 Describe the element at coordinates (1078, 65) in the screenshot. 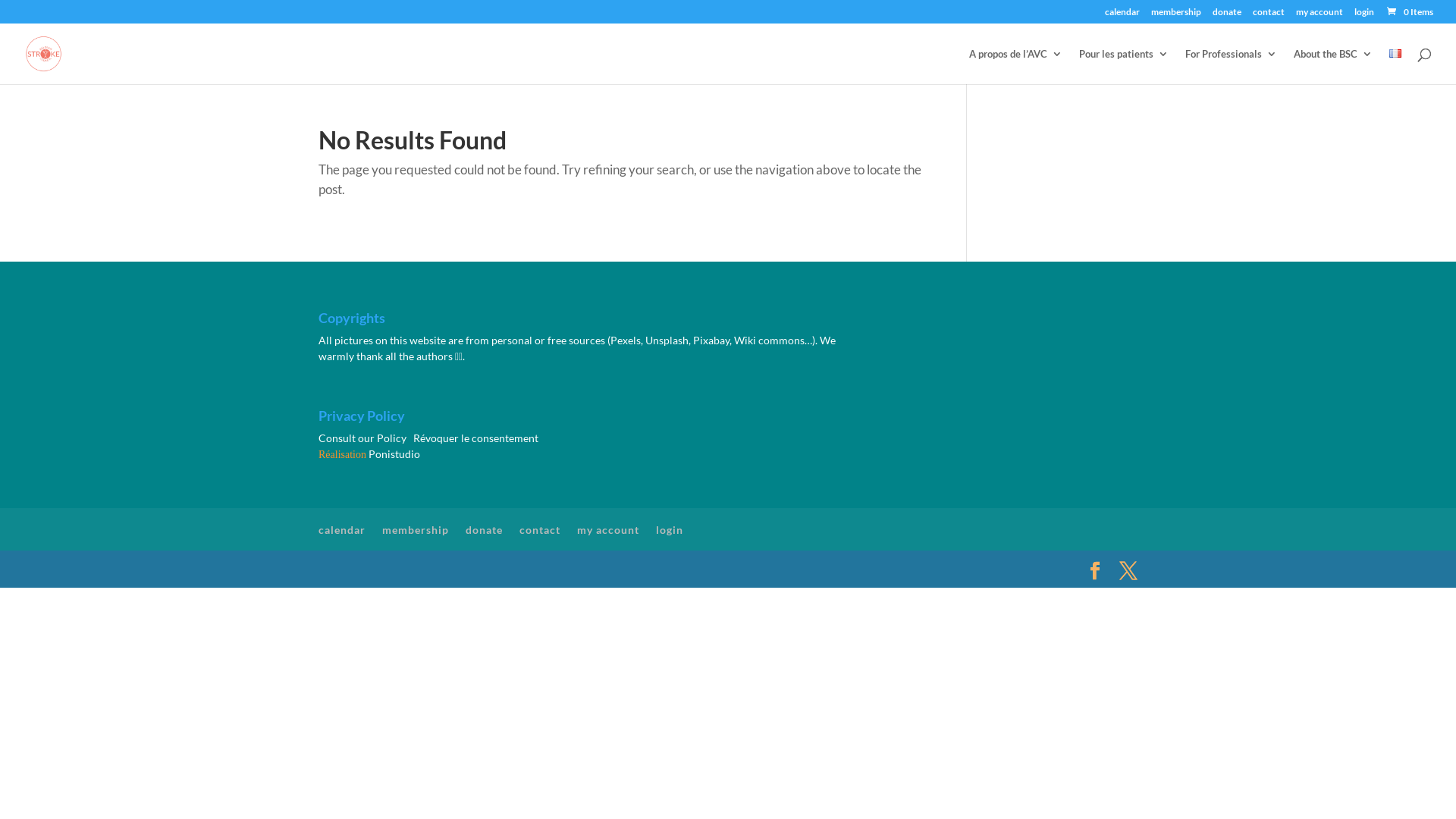

I see `'Pour les patients'` at that location.